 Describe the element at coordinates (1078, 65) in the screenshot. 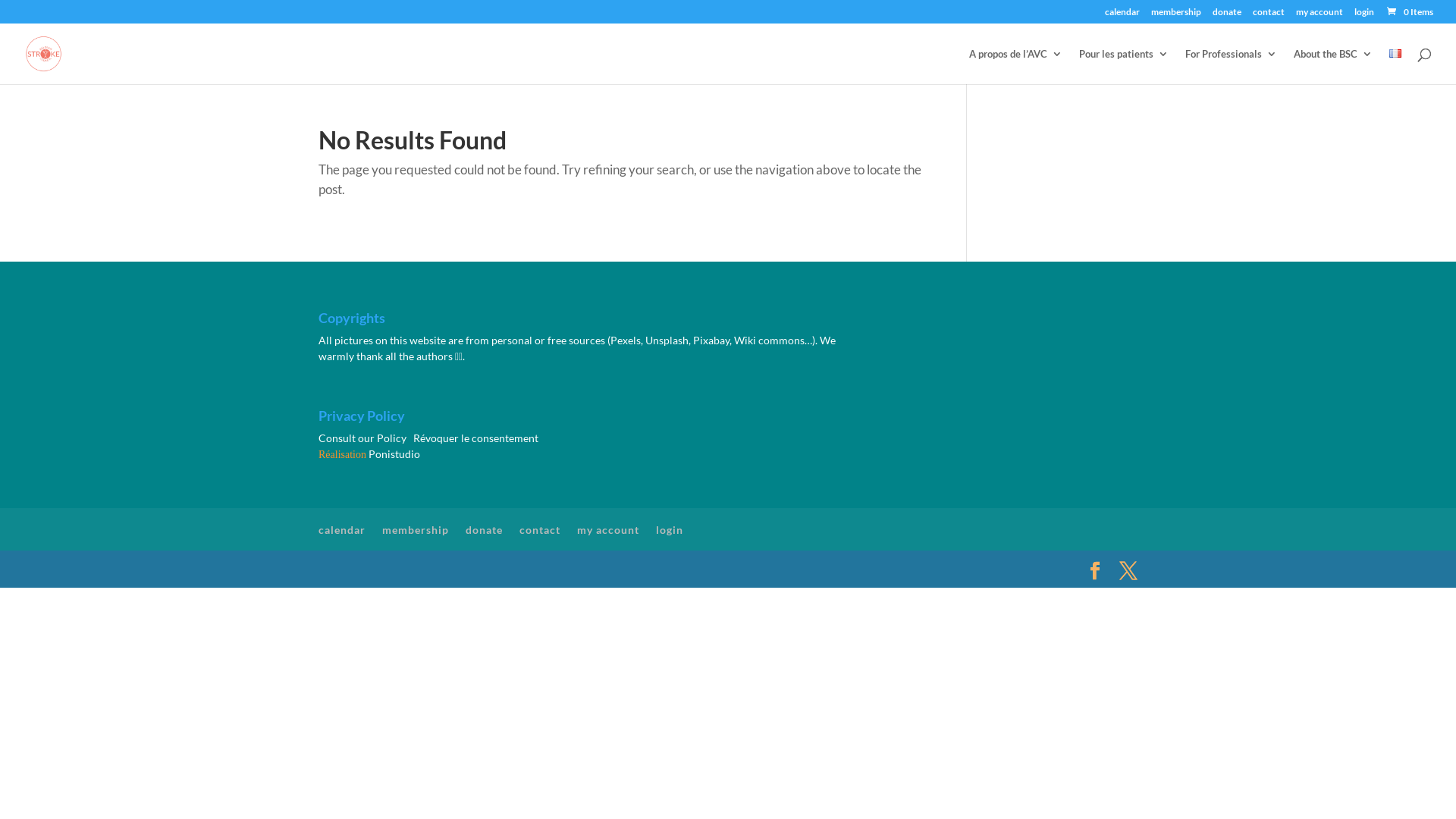

I see `'Pour les patients'` at that location.